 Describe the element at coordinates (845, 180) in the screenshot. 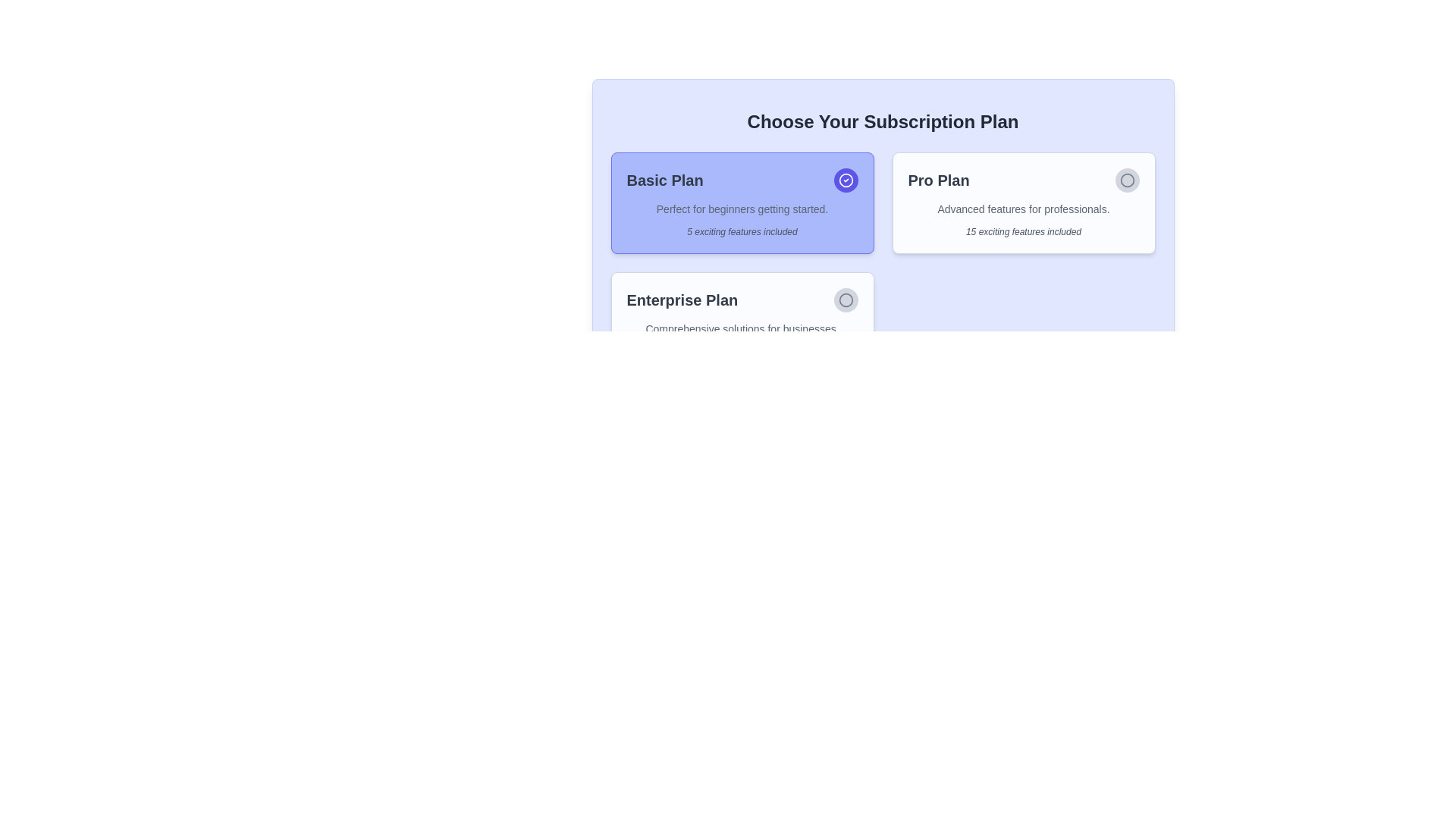

I see `Circular Decorative Component within the 'Basic Plan' card, located at the top right corner of the card layout` at that location.